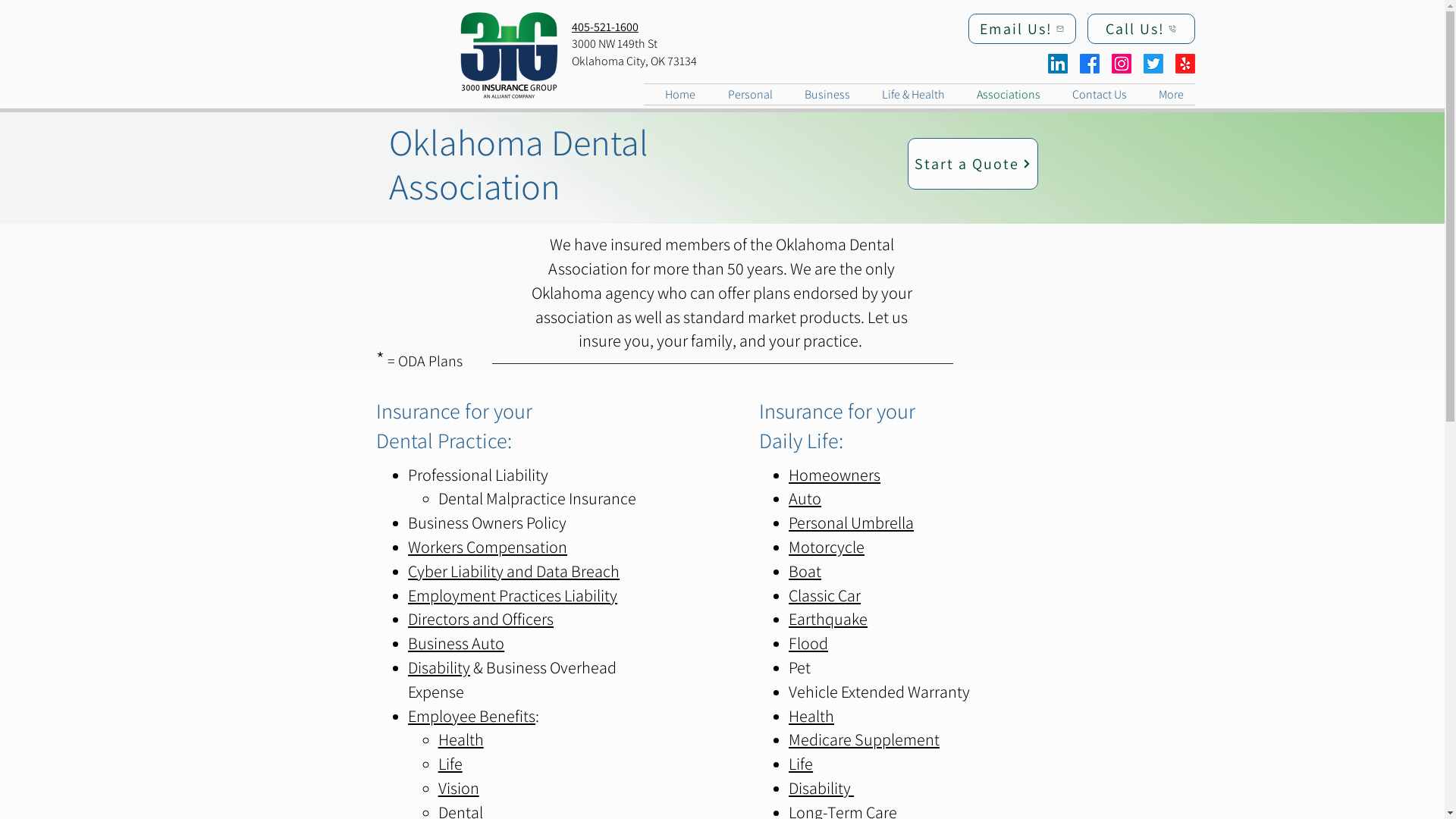  What do you see at coordinates (674, 94) in the screenshot?
I see `'Home'` at bounding box center [674, 94].